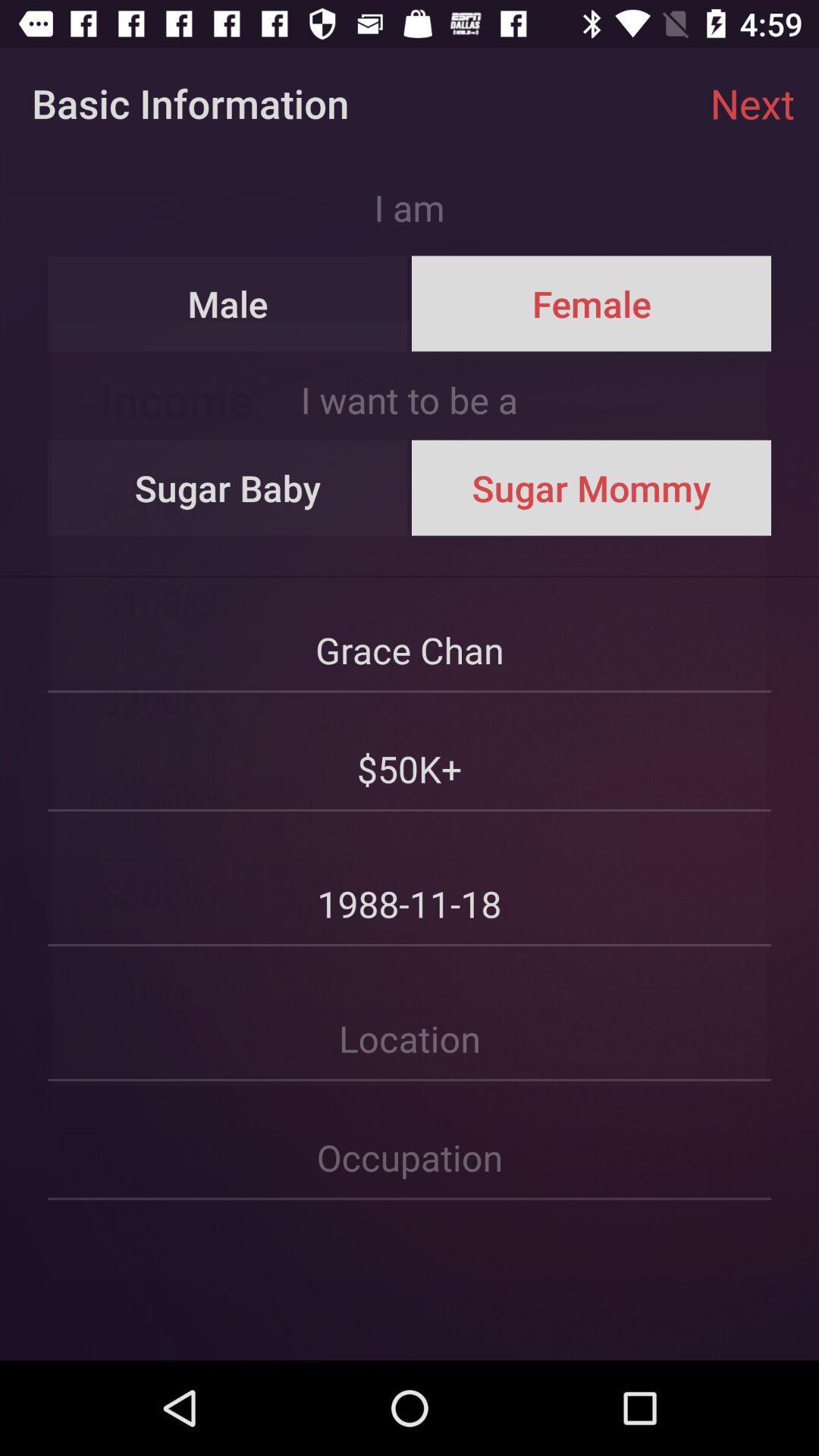 The height and width of the screenshot is (1456, 819). I want to click on the icon to the right of sugar baby item, so click(590, 488).